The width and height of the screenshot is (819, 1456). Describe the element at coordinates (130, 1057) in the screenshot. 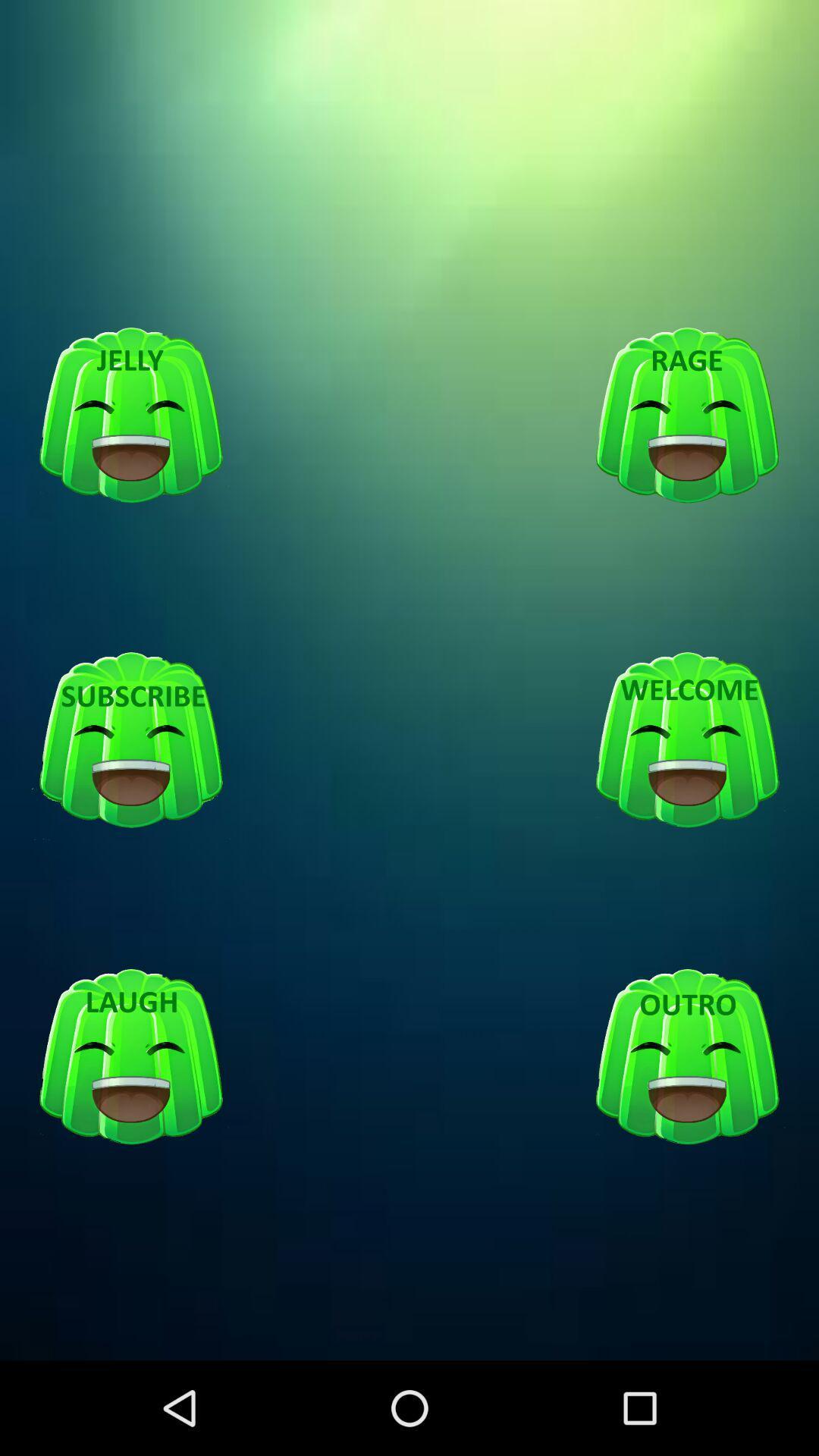

I see `laugh emotion` at that location.